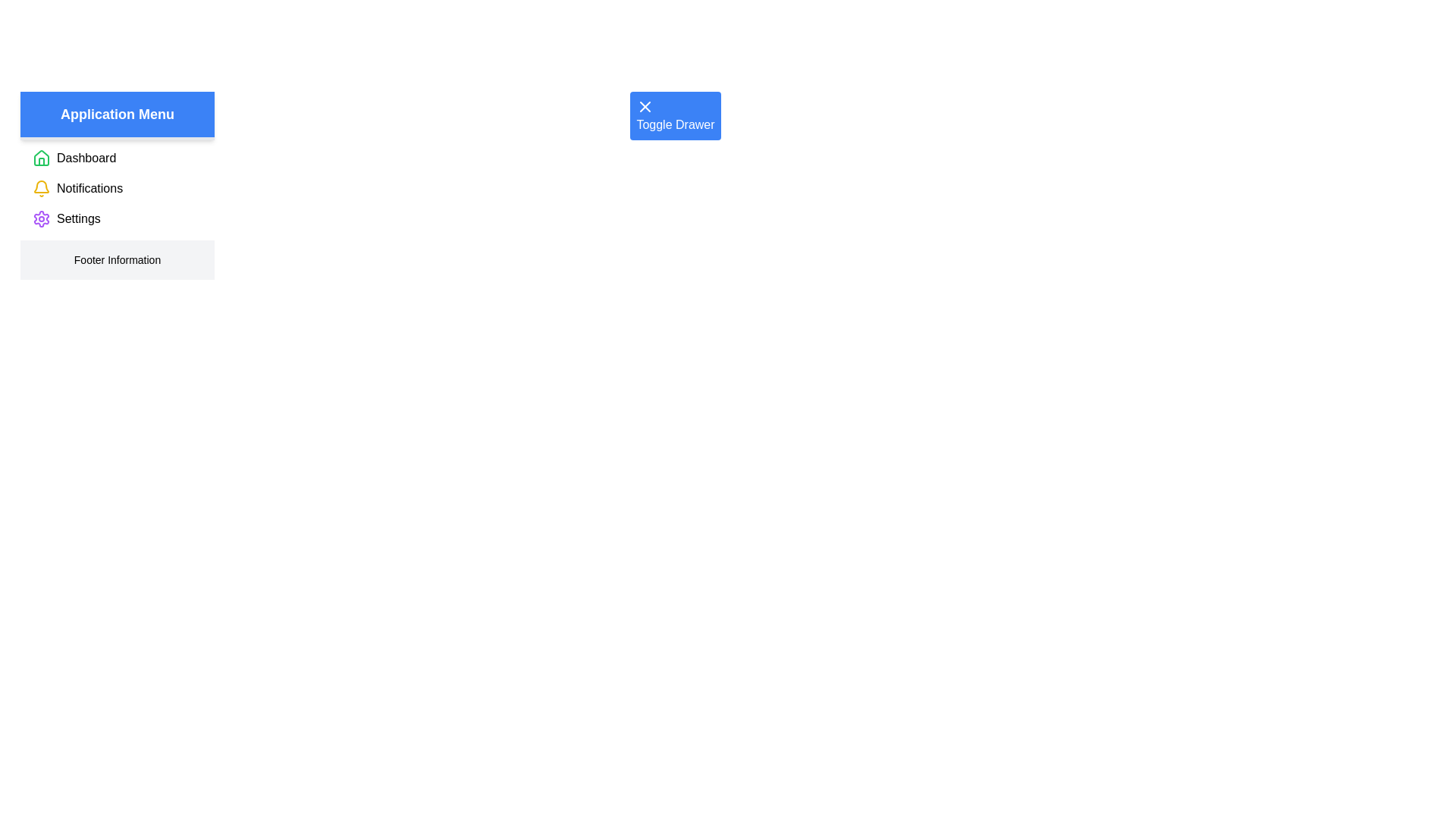 Image resolution: width=1456 pixels, height=819 pixels. Describe the element at coordinates (89, 188) in the screenshot. I see `the menu item Notifications and click it` at that location.